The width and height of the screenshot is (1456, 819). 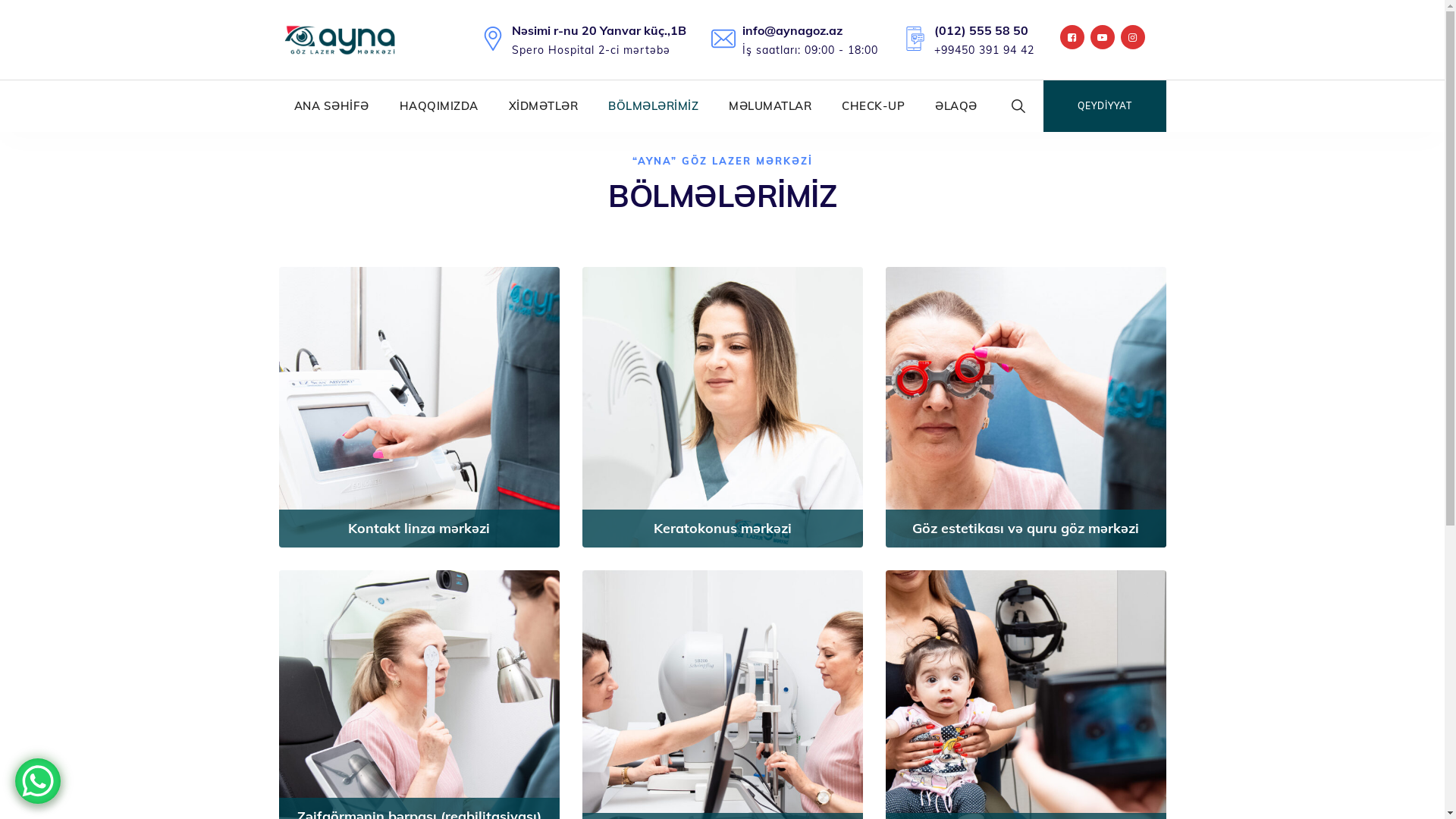 I want to click on 'CHECK-UP', so click(x=873, y=105).